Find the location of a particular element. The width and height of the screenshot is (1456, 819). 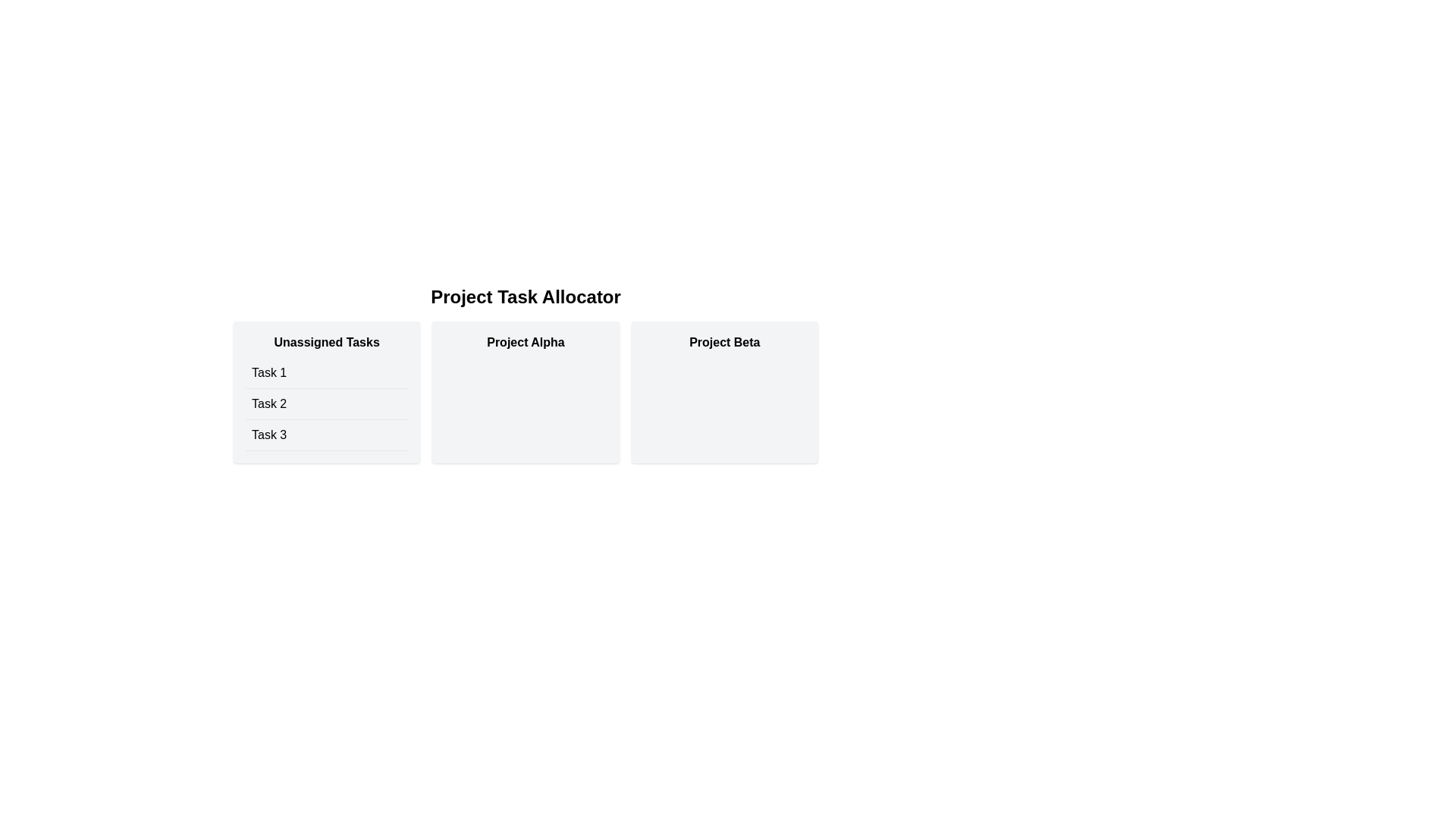

the task Task 2 from the project Project Alpha and return it to the unassigned list is located at coordinates (526, 391).